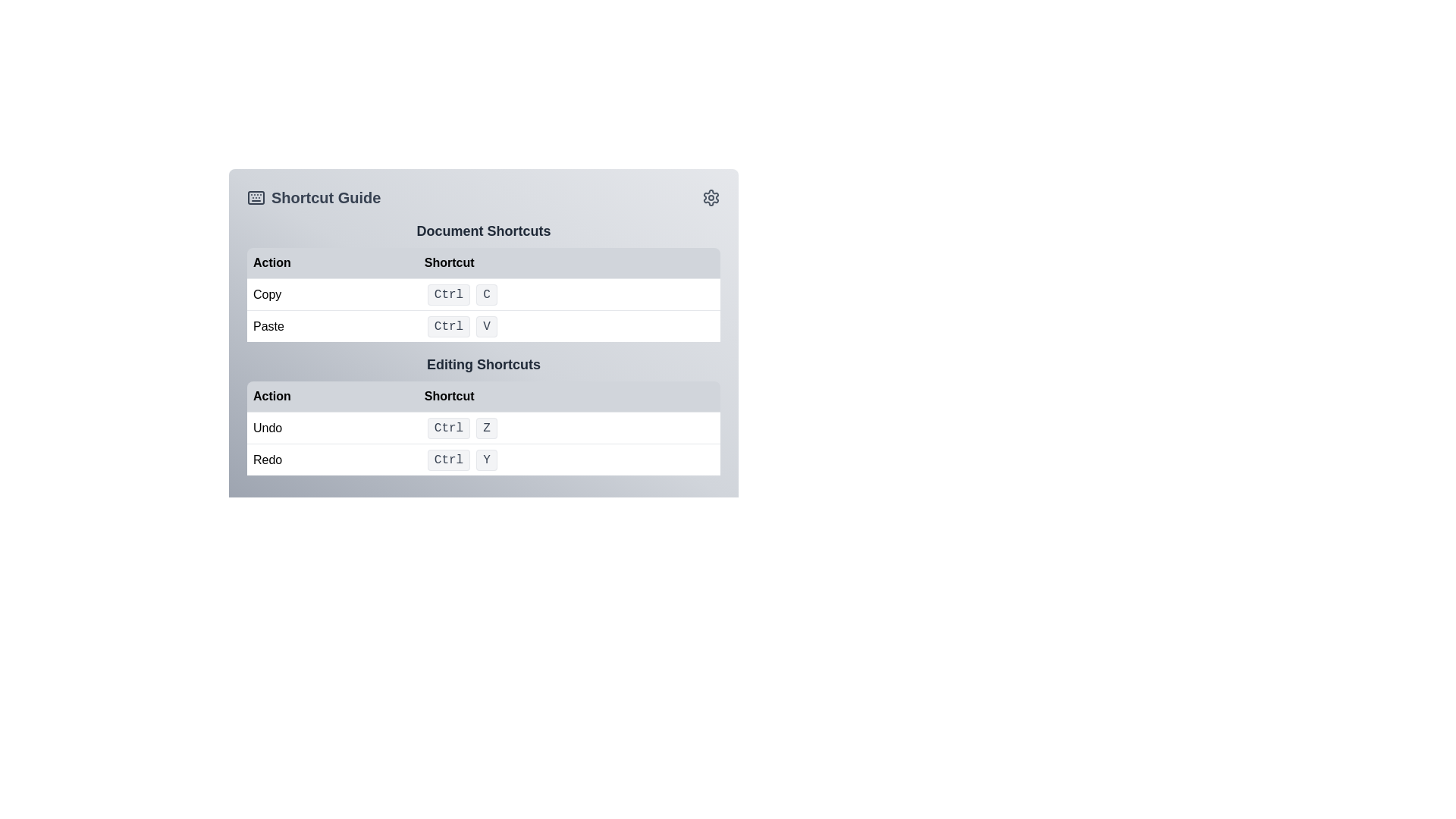  Describe the element at coordinates (483, 427) in the screenshot. I see `the Text Display element that informs users of the 'Undo' action, which combines 'Ctrl' and 'Z', located in the second section of the shortcut guide under 'Editing Shortcuts'` at that location.